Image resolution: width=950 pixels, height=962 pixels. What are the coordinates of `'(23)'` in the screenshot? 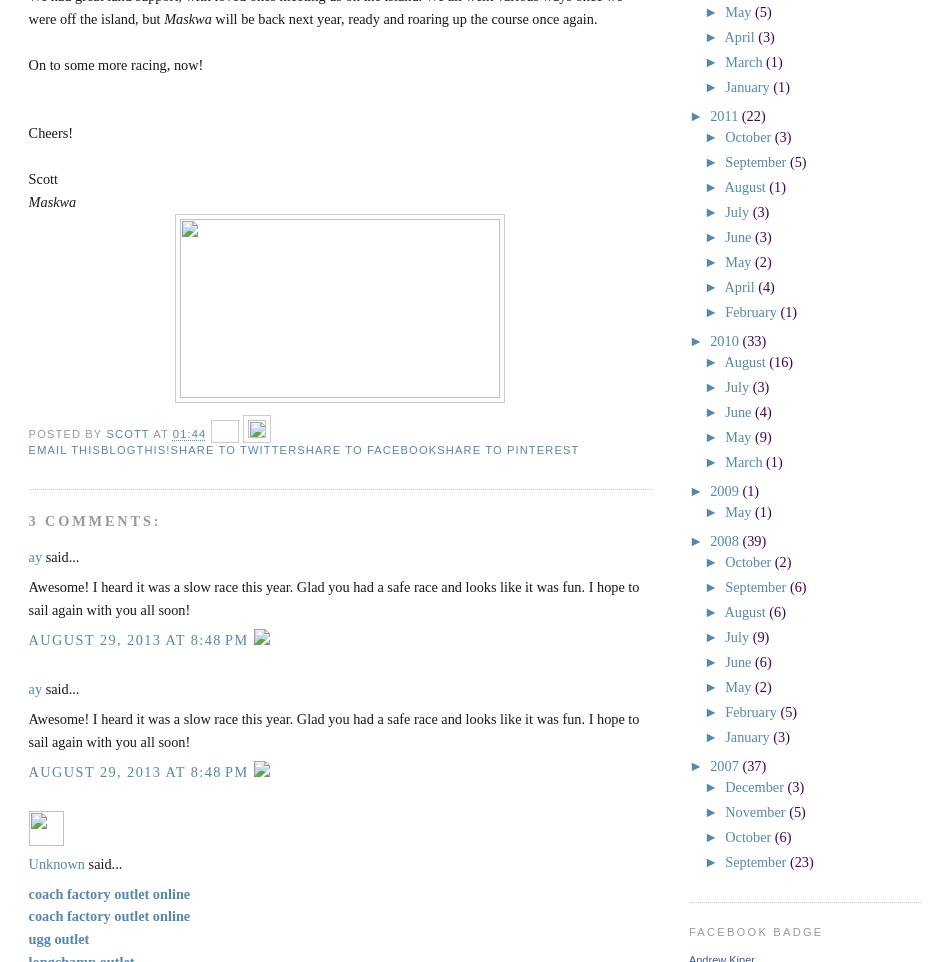 It's located at (800, 861).